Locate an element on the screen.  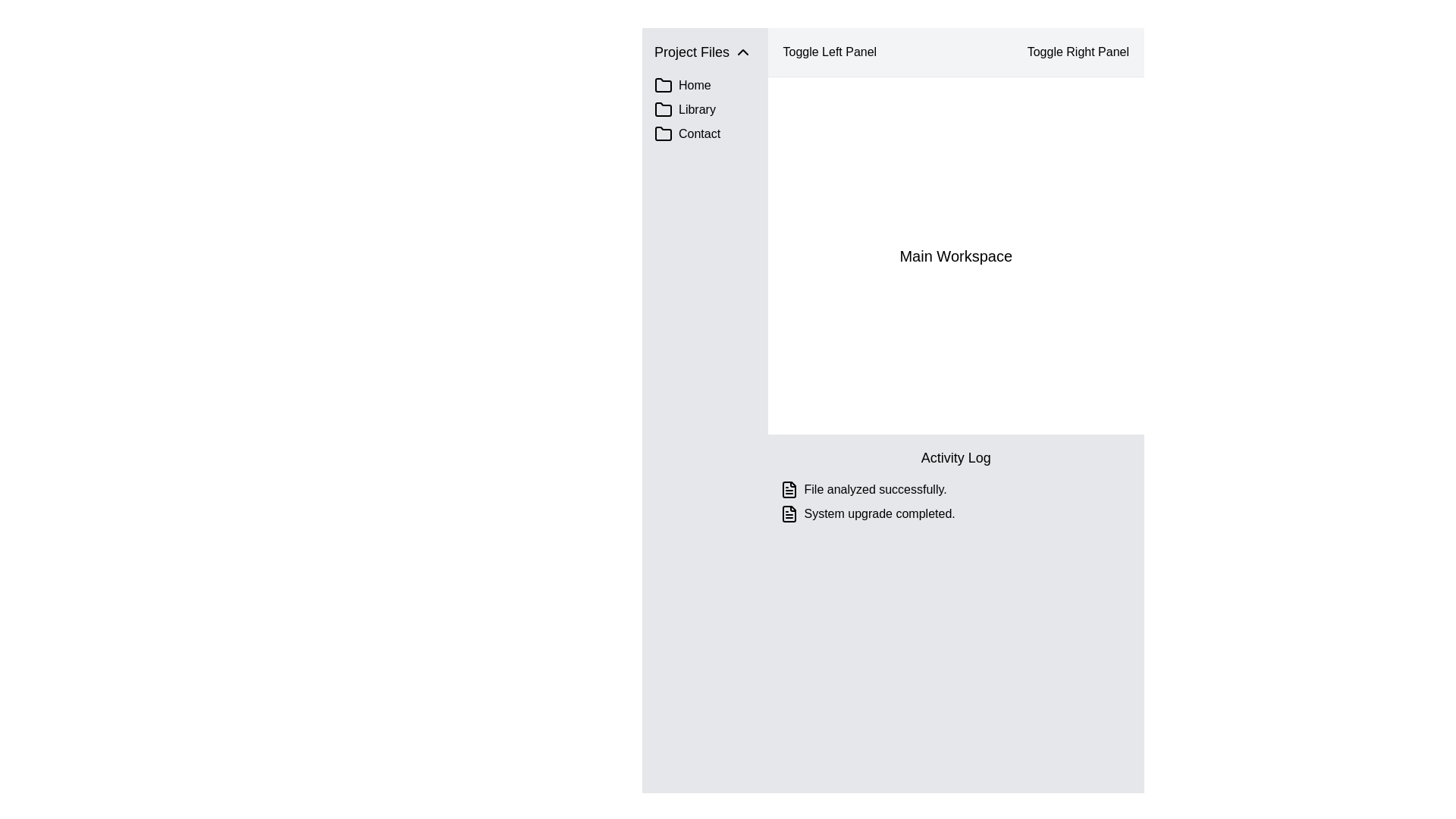
the folder icon styled as an SVG image located in the vertical list of 'Project Files', next to the text 'Contact' is located at coordinates (663, 133).